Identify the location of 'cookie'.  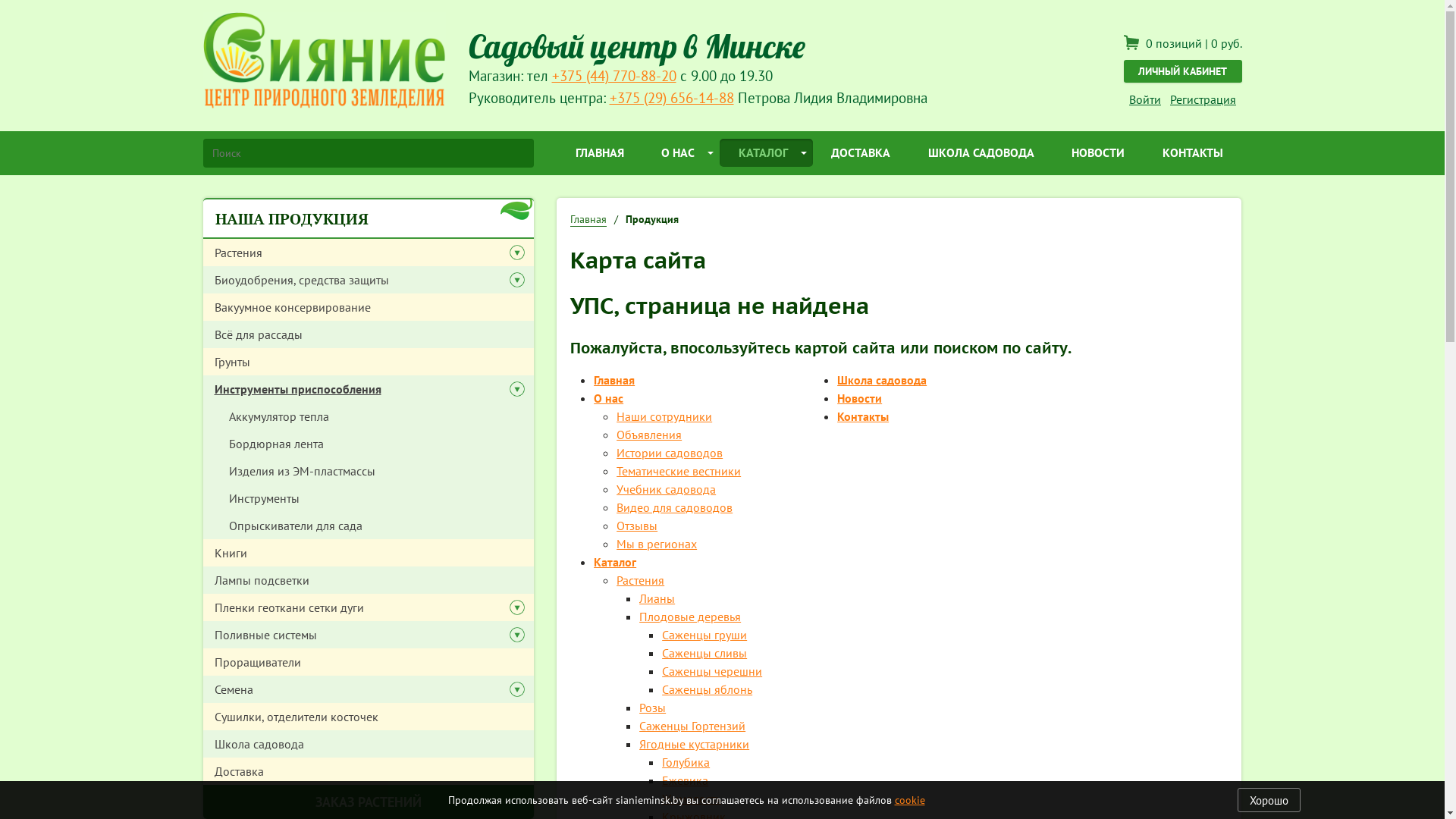
(910, 799).